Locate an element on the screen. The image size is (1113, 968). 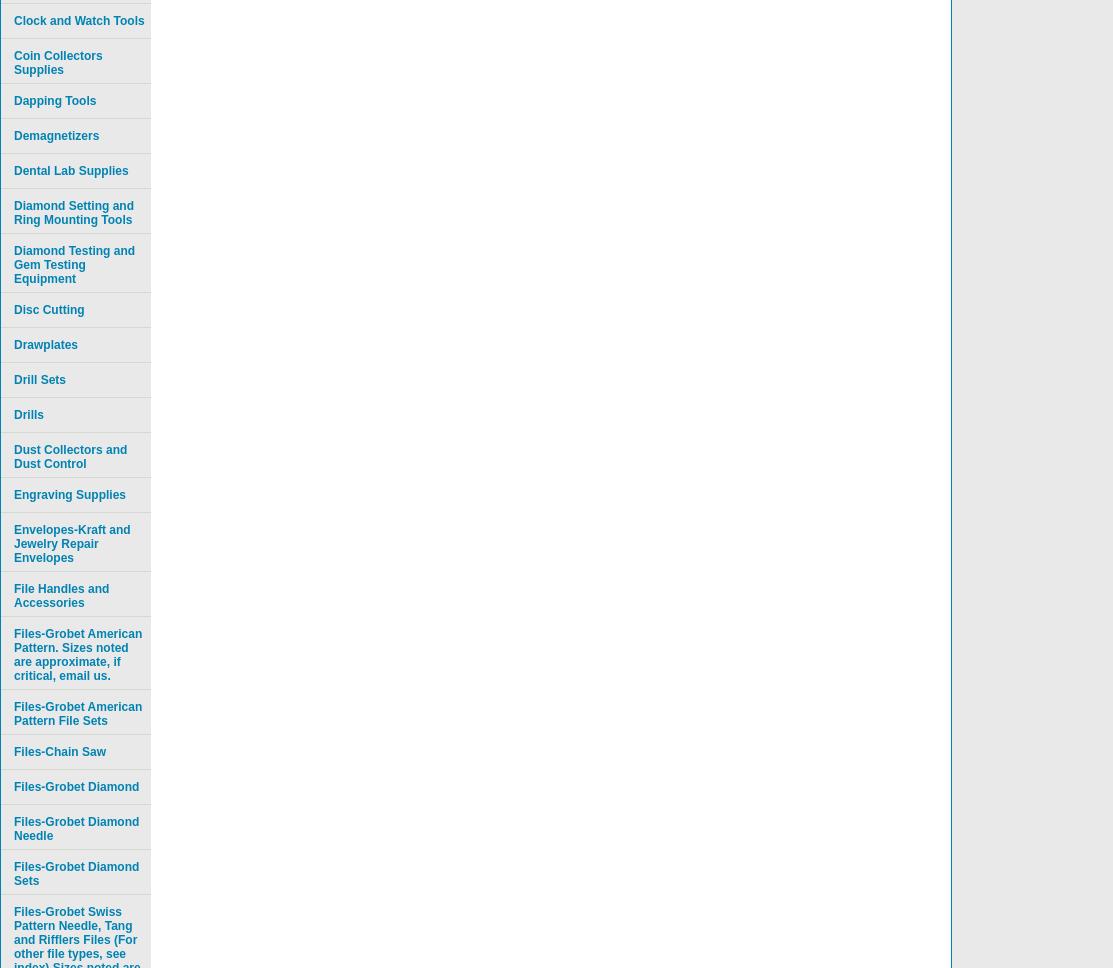
'File Handles and Accessories' is located at coordinates (61, 595).